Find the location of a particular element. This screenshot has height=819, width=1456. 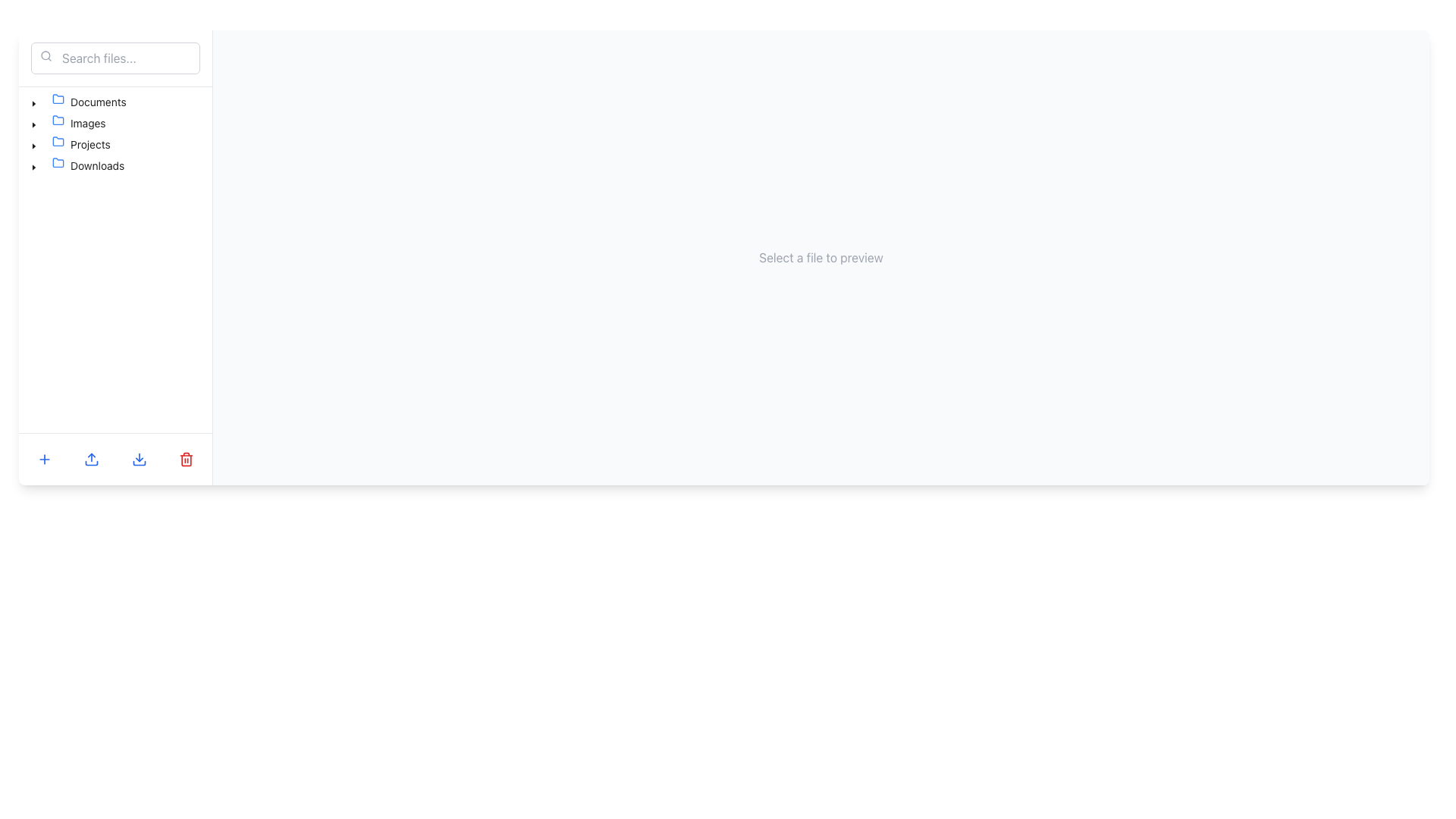

the 'Images' text label in the left-side navigation pane is located at coordinates (87, 122).